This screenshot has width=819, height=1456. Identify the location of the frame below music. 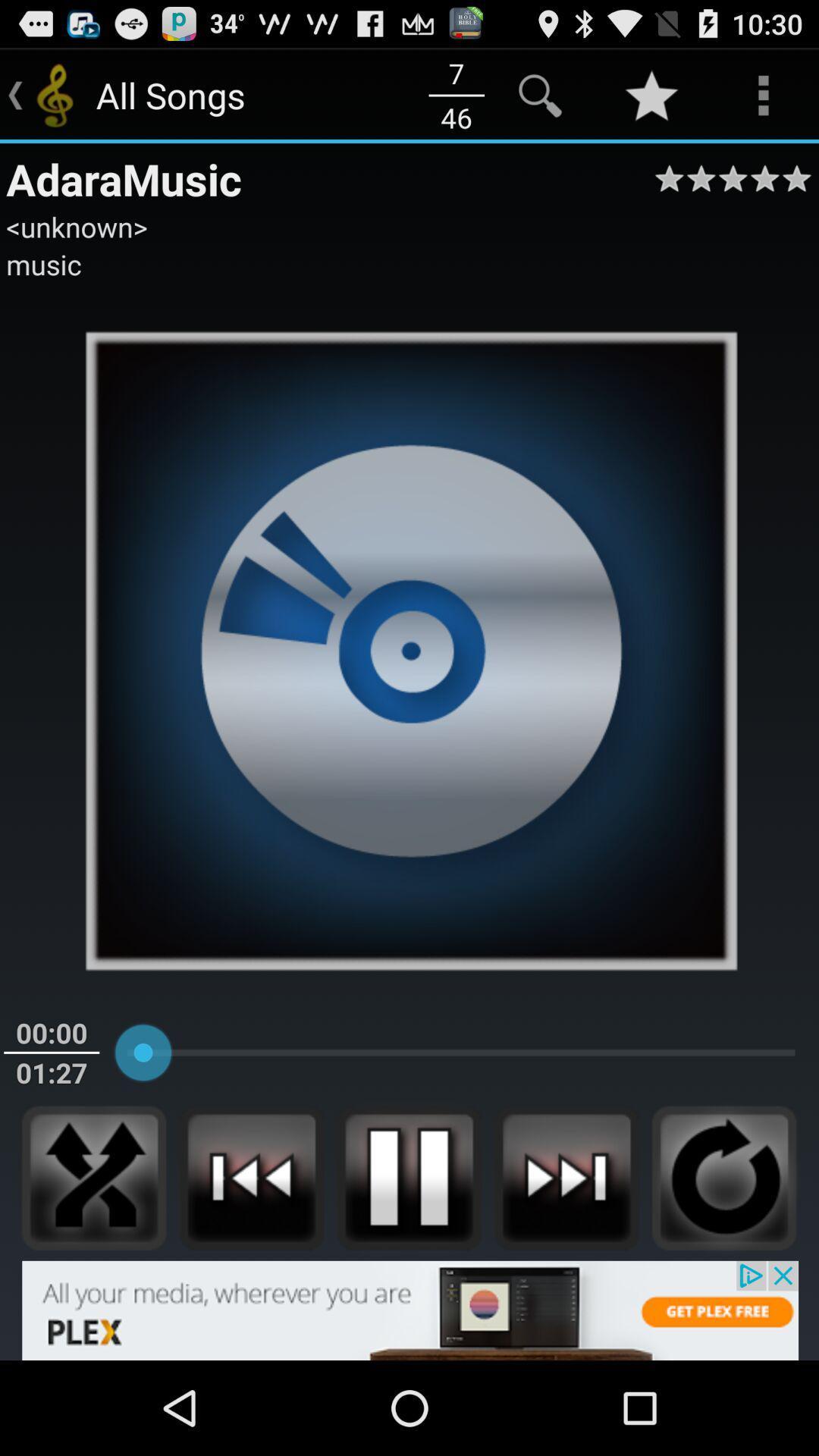
(409, 650).